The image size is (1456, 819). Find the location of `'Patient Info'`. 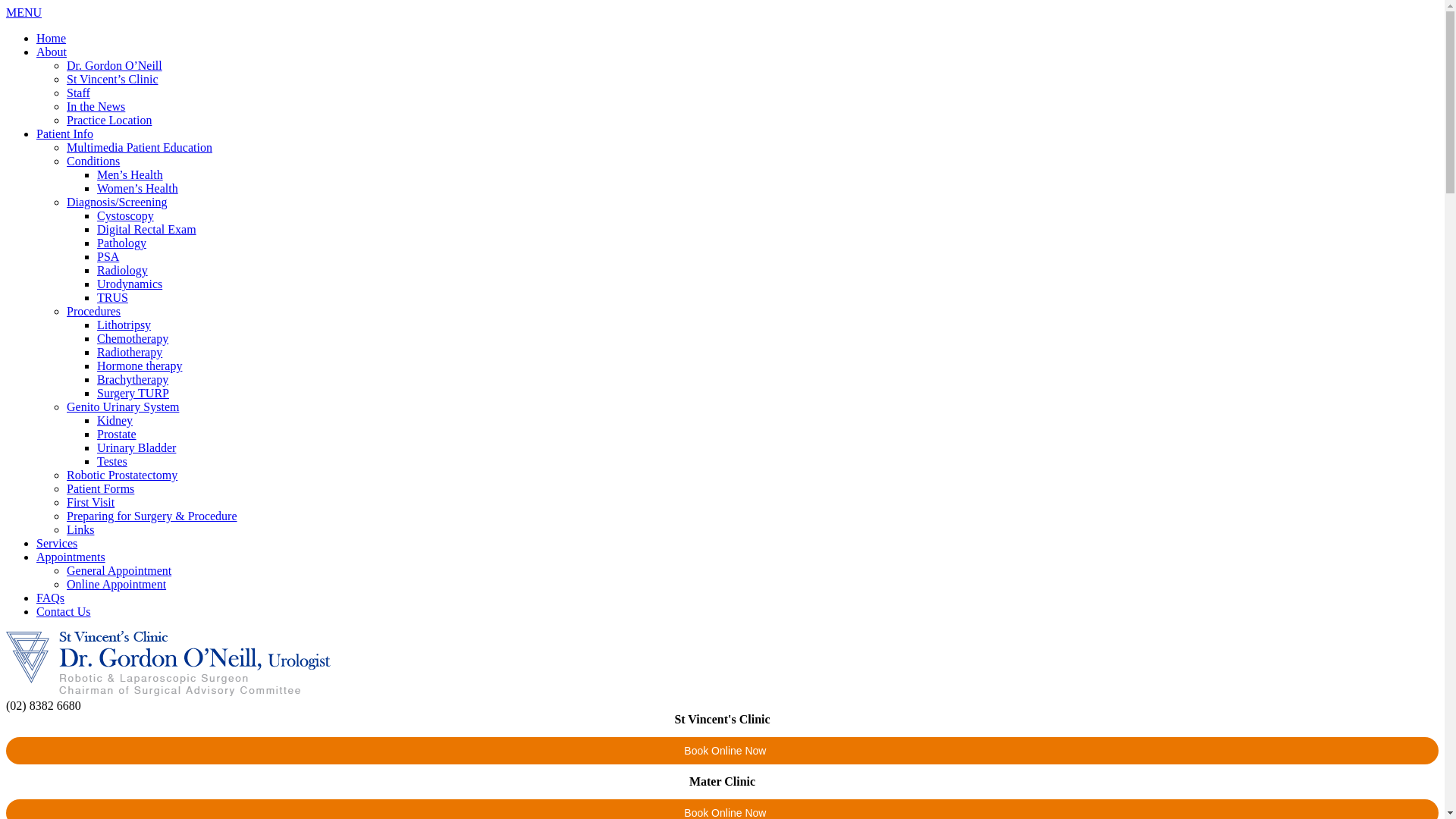

'Patient Info' is located at coordinates (64, 133).